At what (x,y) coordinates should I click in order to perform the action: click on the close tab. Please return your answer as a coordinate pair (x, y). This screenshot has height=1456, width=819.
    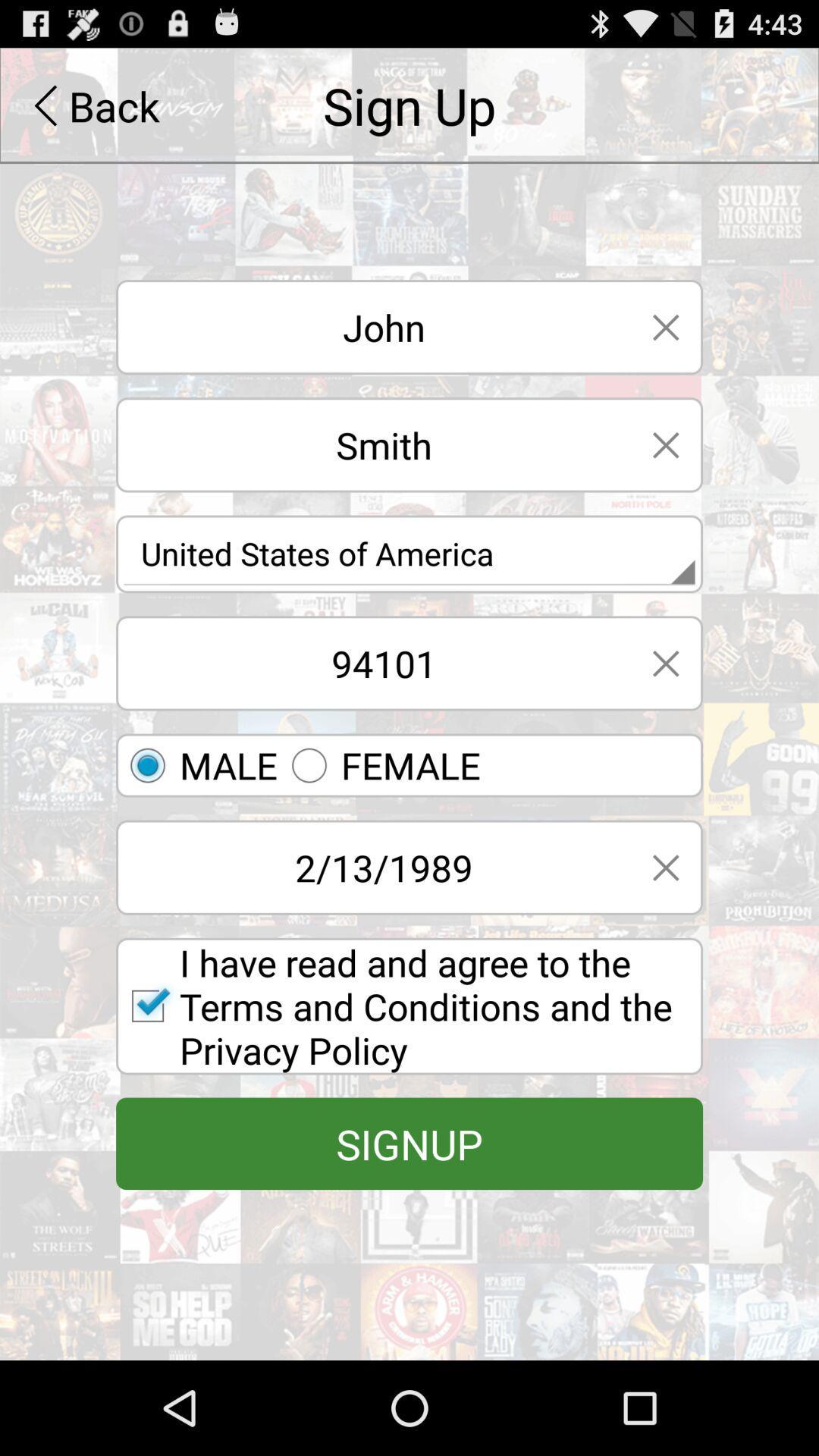
    Looking at the image, I should click on (665, 868).